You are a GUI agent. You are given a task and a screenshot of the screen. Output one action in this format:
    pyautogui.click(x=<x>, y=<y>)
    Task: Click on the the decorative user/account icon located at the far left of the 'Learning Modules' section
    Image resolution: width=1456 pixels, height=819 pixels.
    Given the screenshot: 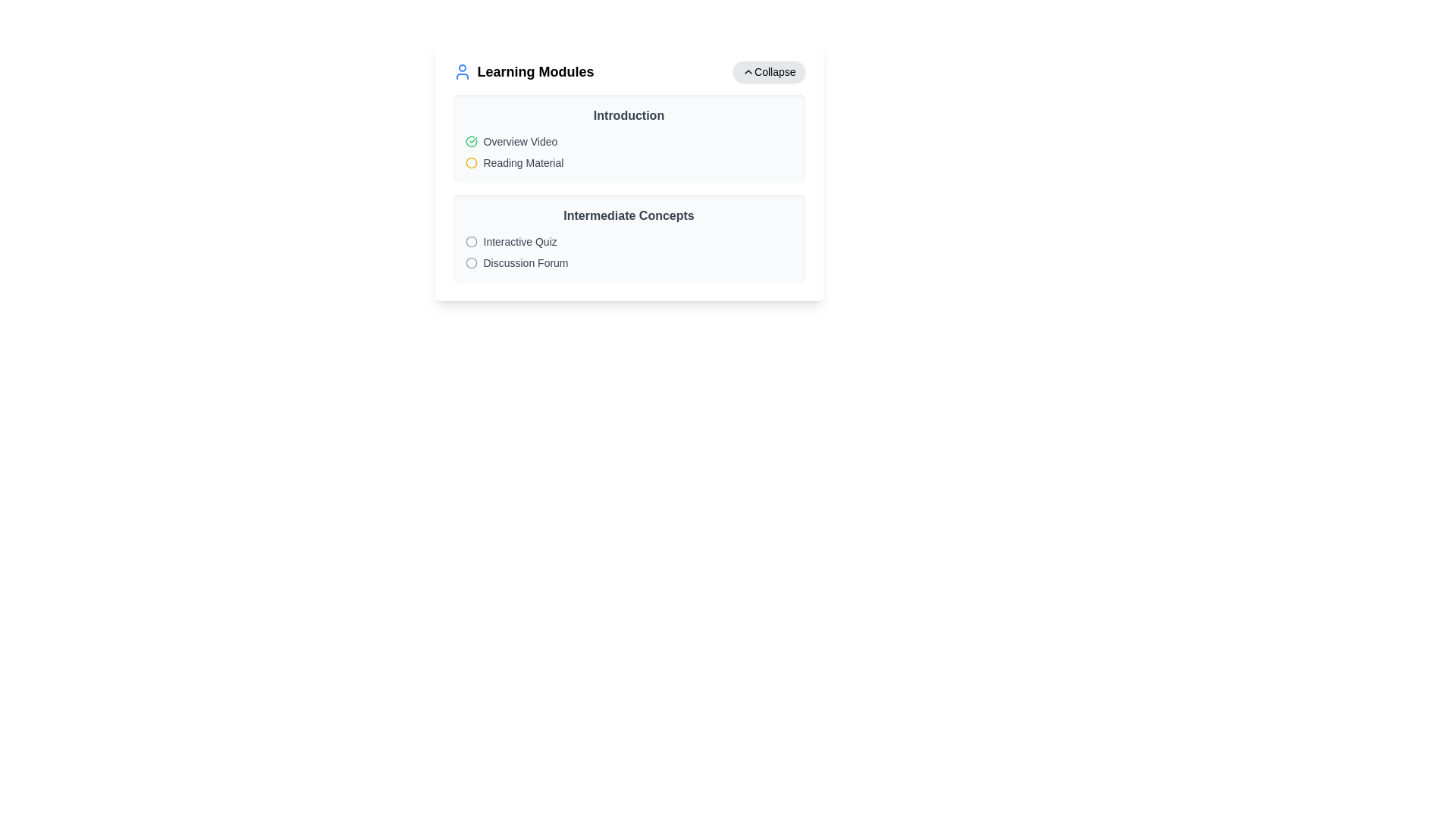 What is the action you would take?
    pyautogui.click(x=461, y=72)
    